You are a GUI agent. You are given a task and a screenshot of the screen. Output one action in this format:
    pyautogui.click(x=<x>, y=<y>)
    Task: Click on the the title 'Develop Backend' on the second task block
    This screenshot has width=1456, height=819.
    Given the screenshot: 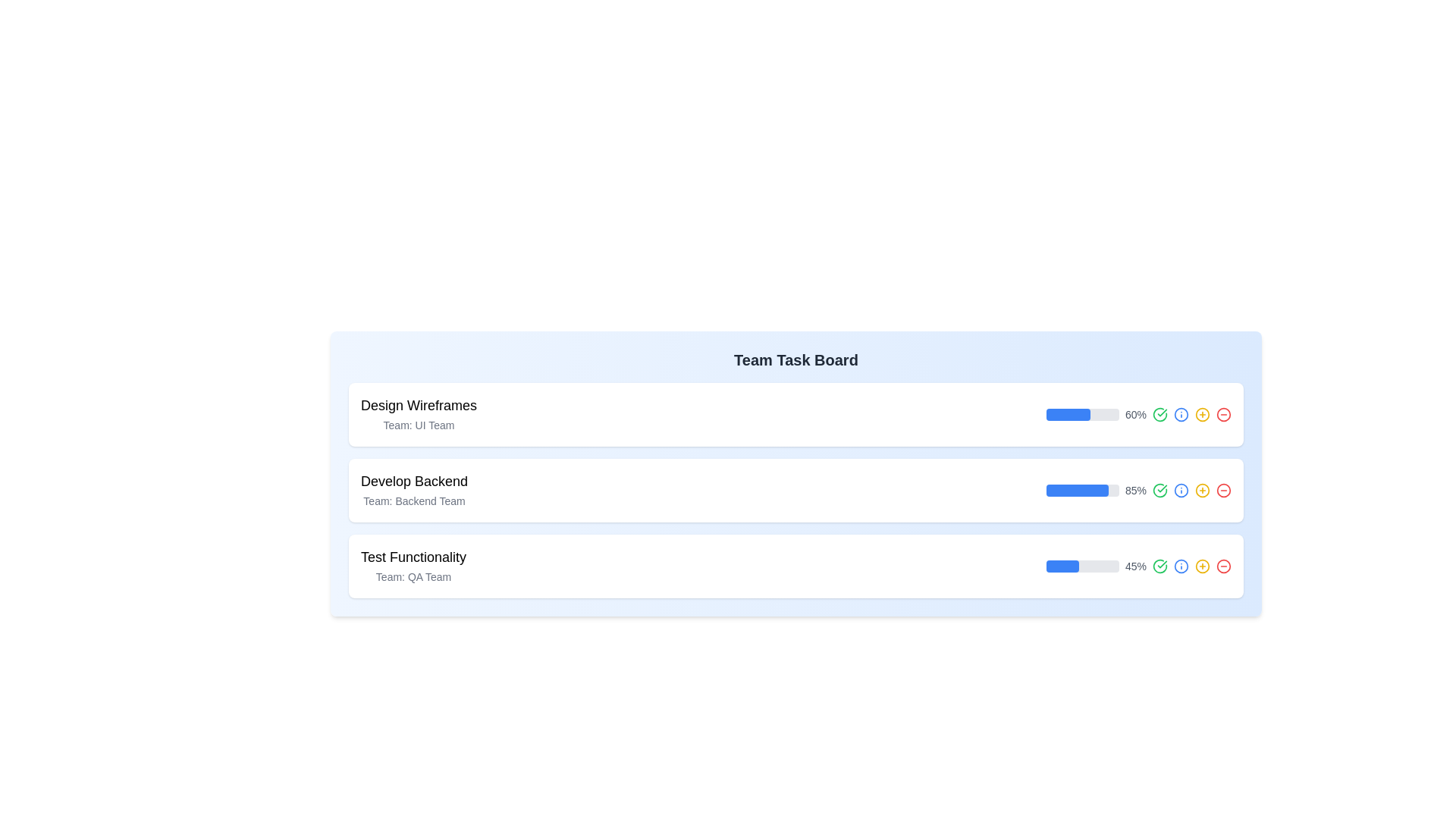 What is the action you would take?
    pyautogui.click(x=795, y=491)
    